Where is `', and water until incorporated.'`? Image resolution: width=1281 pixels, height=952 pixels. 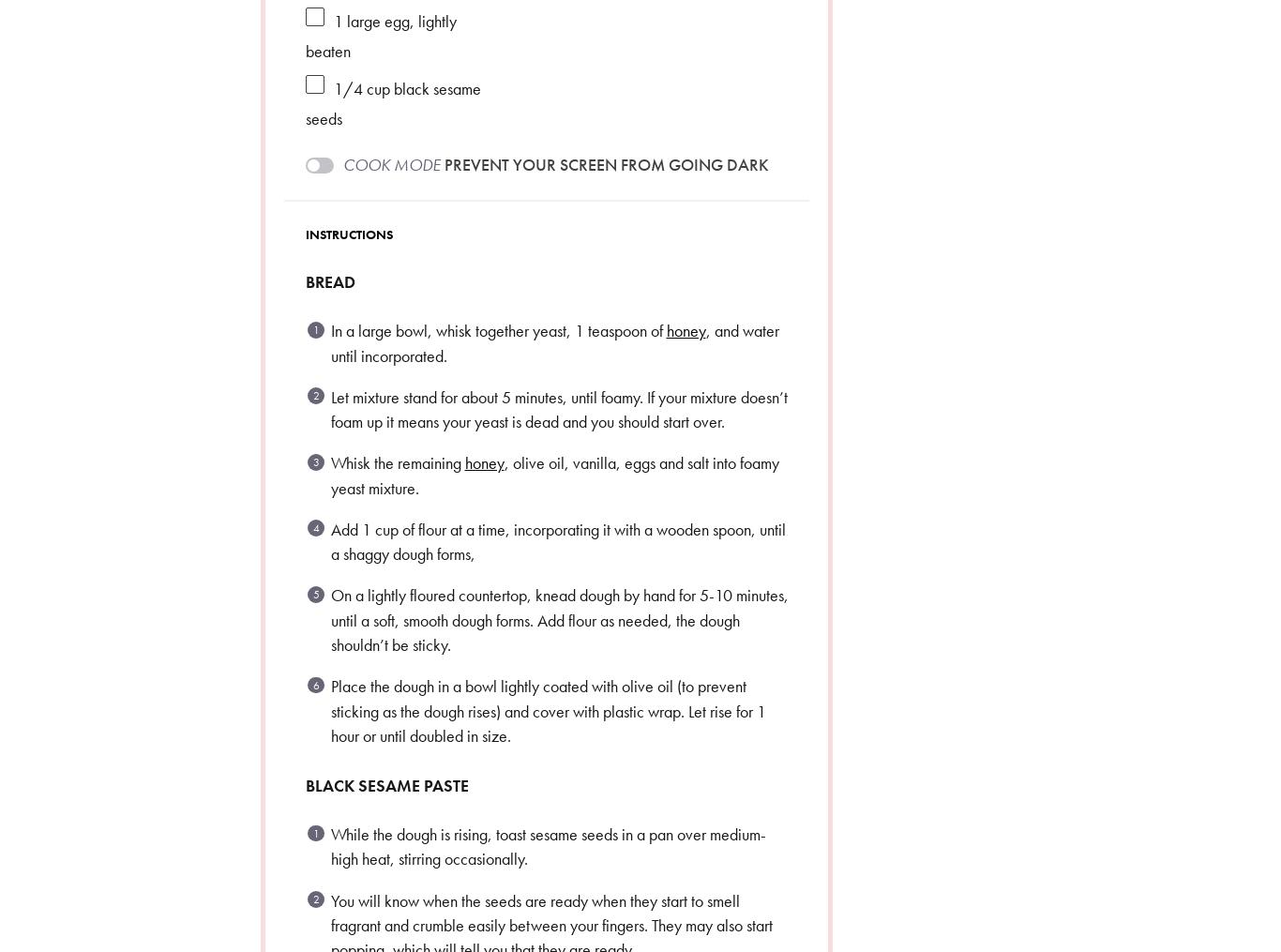
', and water until incorporated.' is located at coordinates (553, 342).